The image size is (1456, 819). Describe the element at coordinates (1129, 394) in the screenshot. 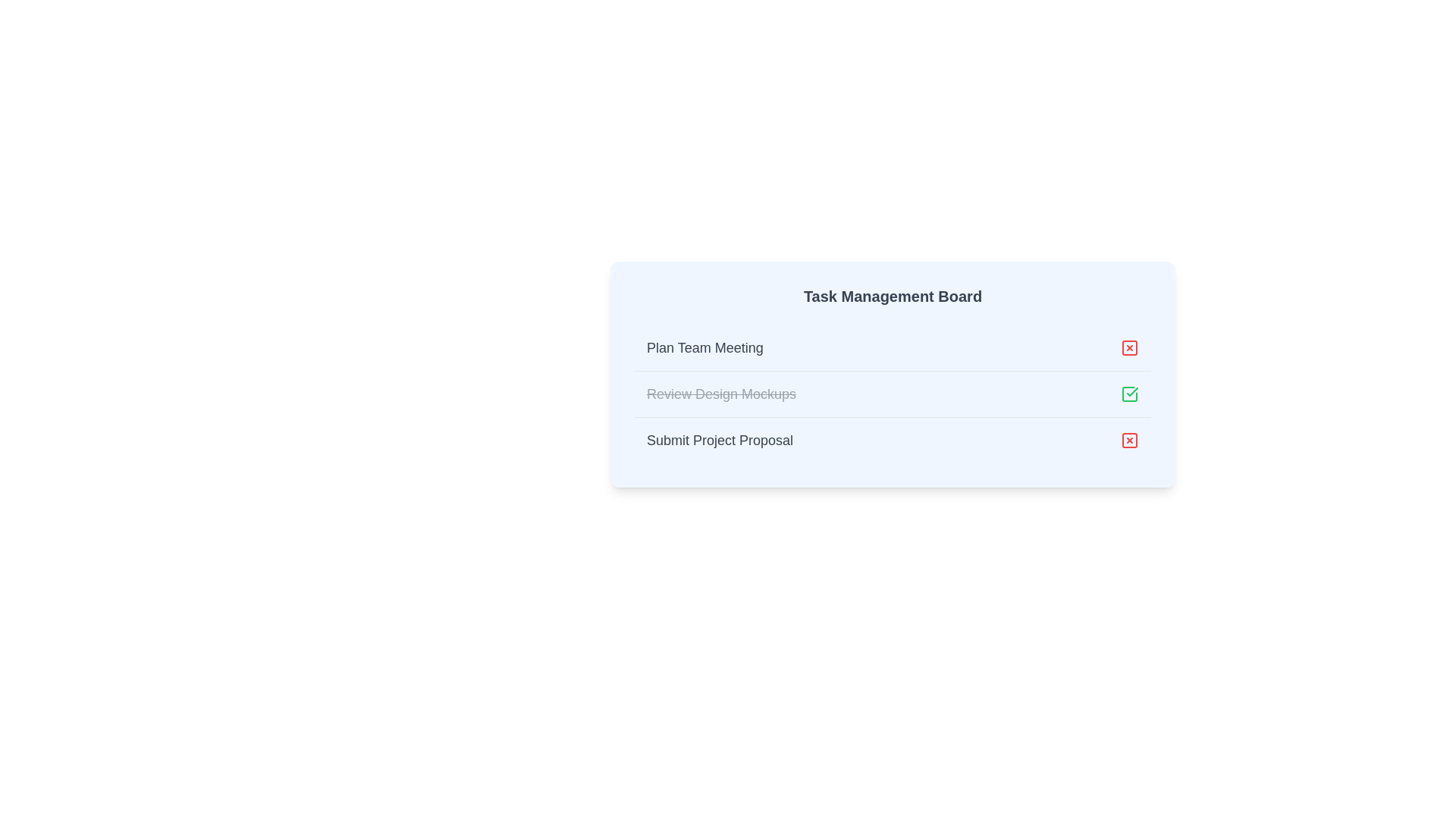

I see `the completion status by interacting with the green check icon indicating a completed task, located in the rightmost column of the second row under the 'Task Management Board' section` at that location.